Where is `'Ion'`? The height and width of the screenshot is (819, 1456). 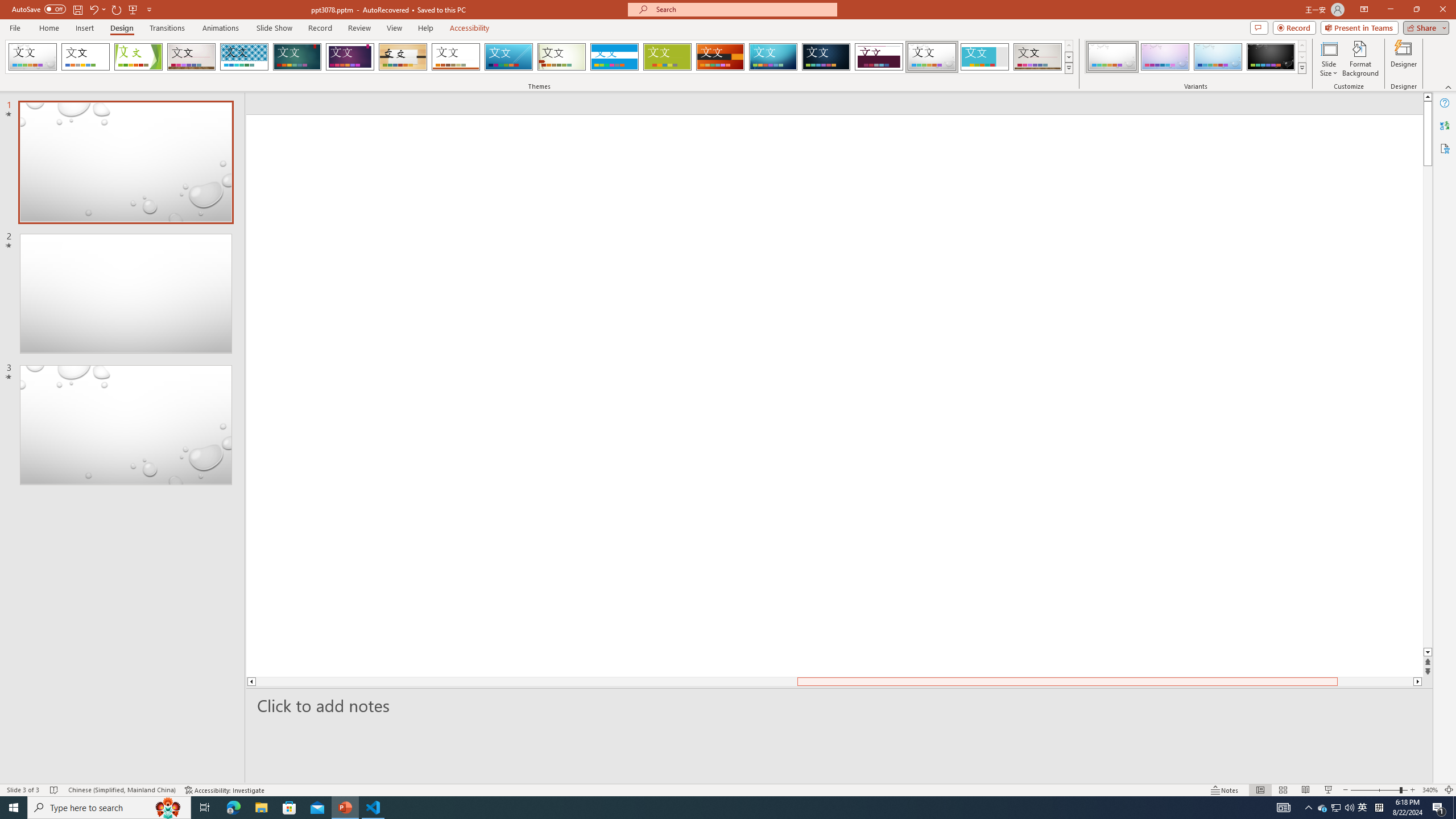 'Ion' is located at coordinates (296, 56).